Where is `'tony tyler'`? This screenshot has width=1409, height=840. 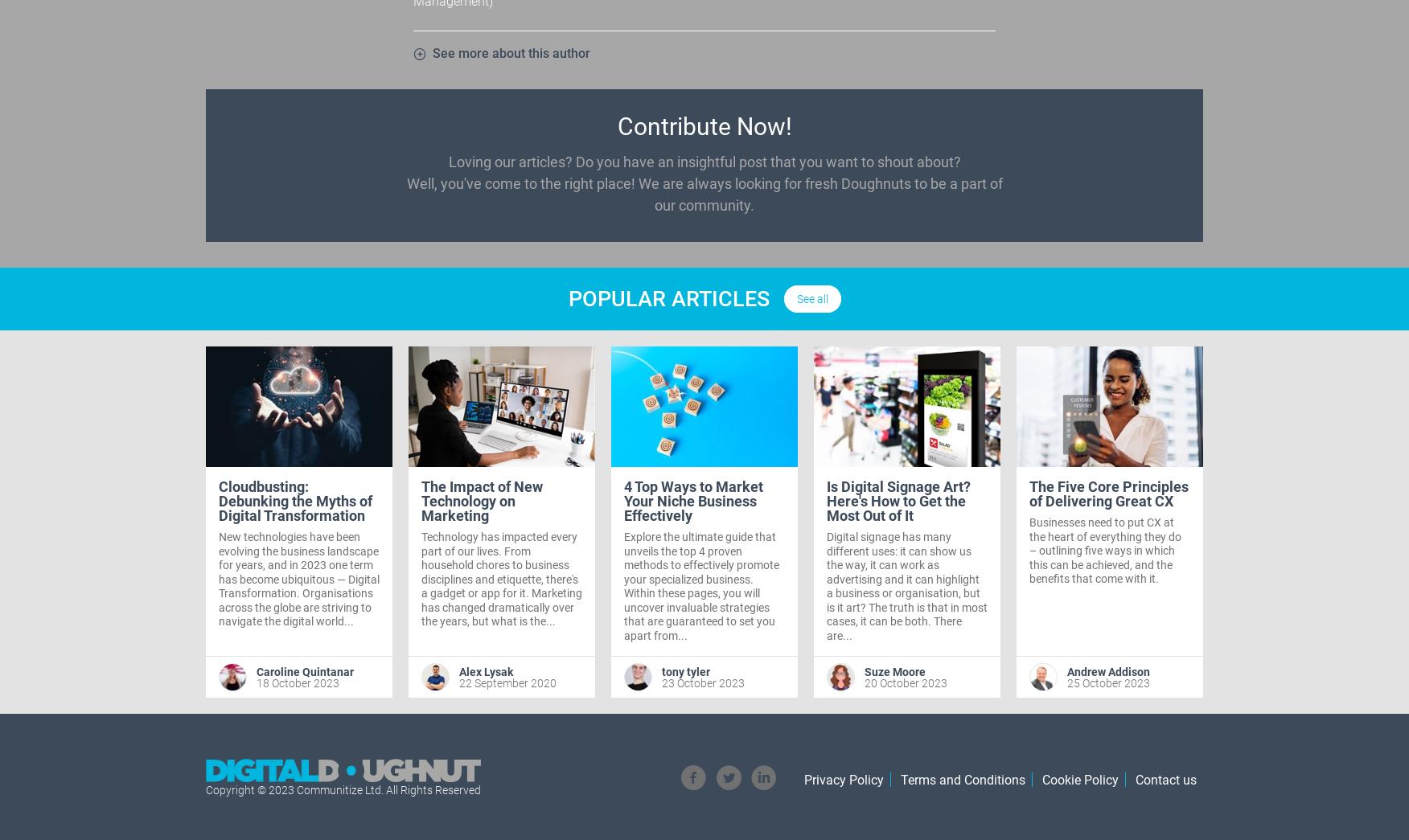 'tony tyler' is located at coordinates (685, 670).